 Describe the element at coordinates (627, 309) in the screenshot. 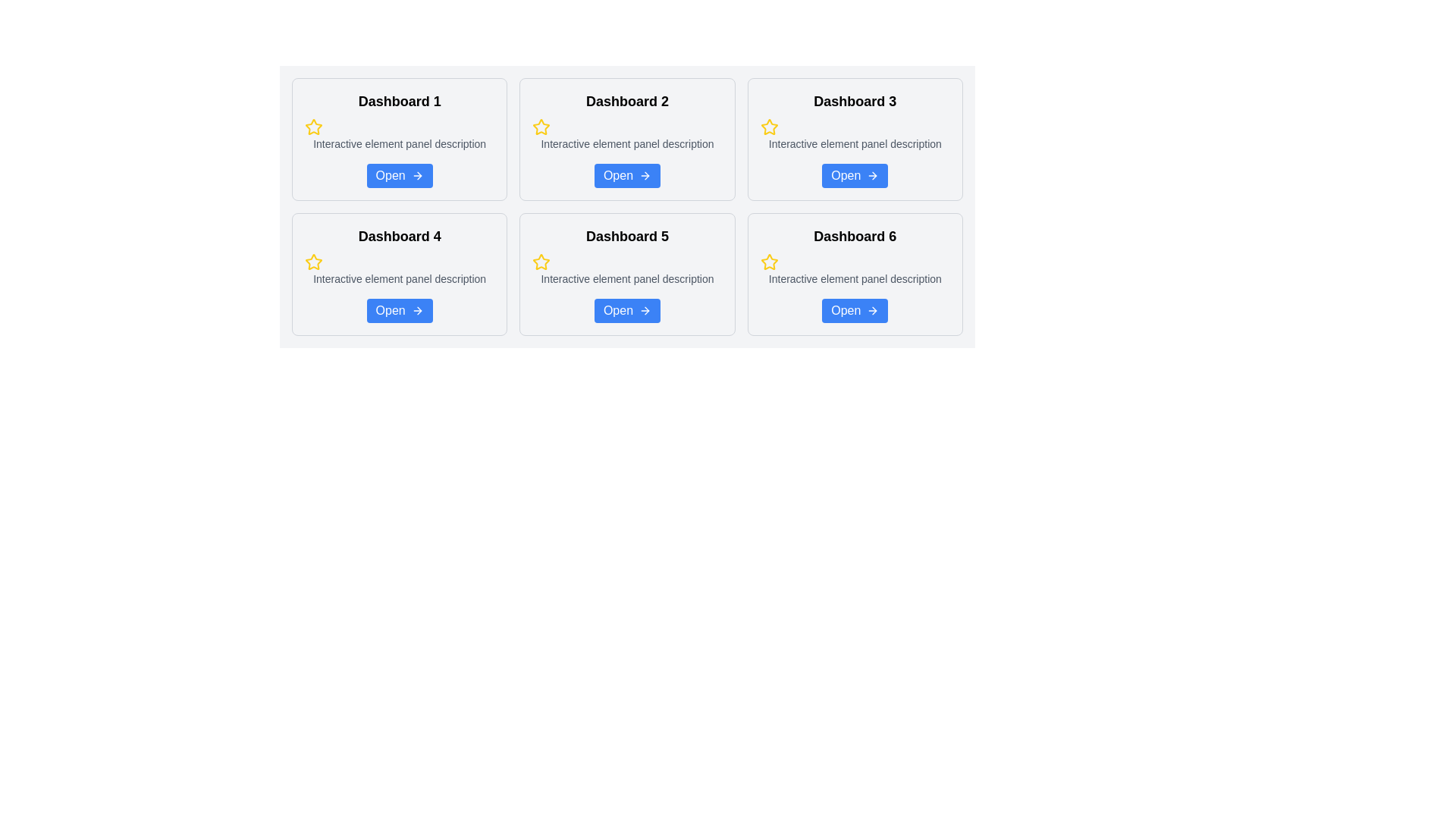

I see `the button located in the bottom-right corner of the 'Dashboard 5' panel` at that location.